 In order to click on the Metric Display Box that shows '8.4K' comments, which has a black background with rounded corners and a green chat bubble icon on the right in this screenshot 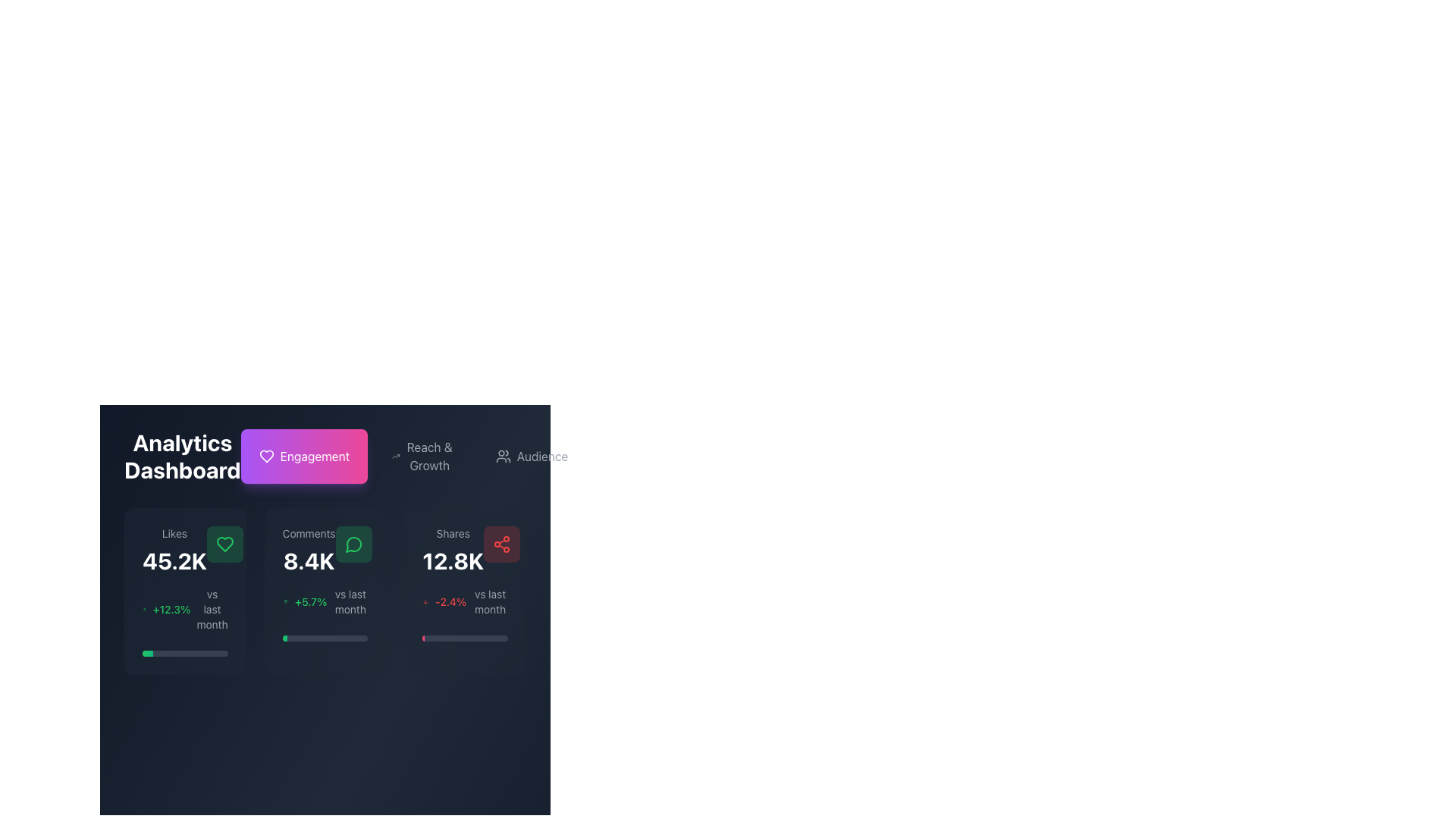, I will do `click(324, 550)`.